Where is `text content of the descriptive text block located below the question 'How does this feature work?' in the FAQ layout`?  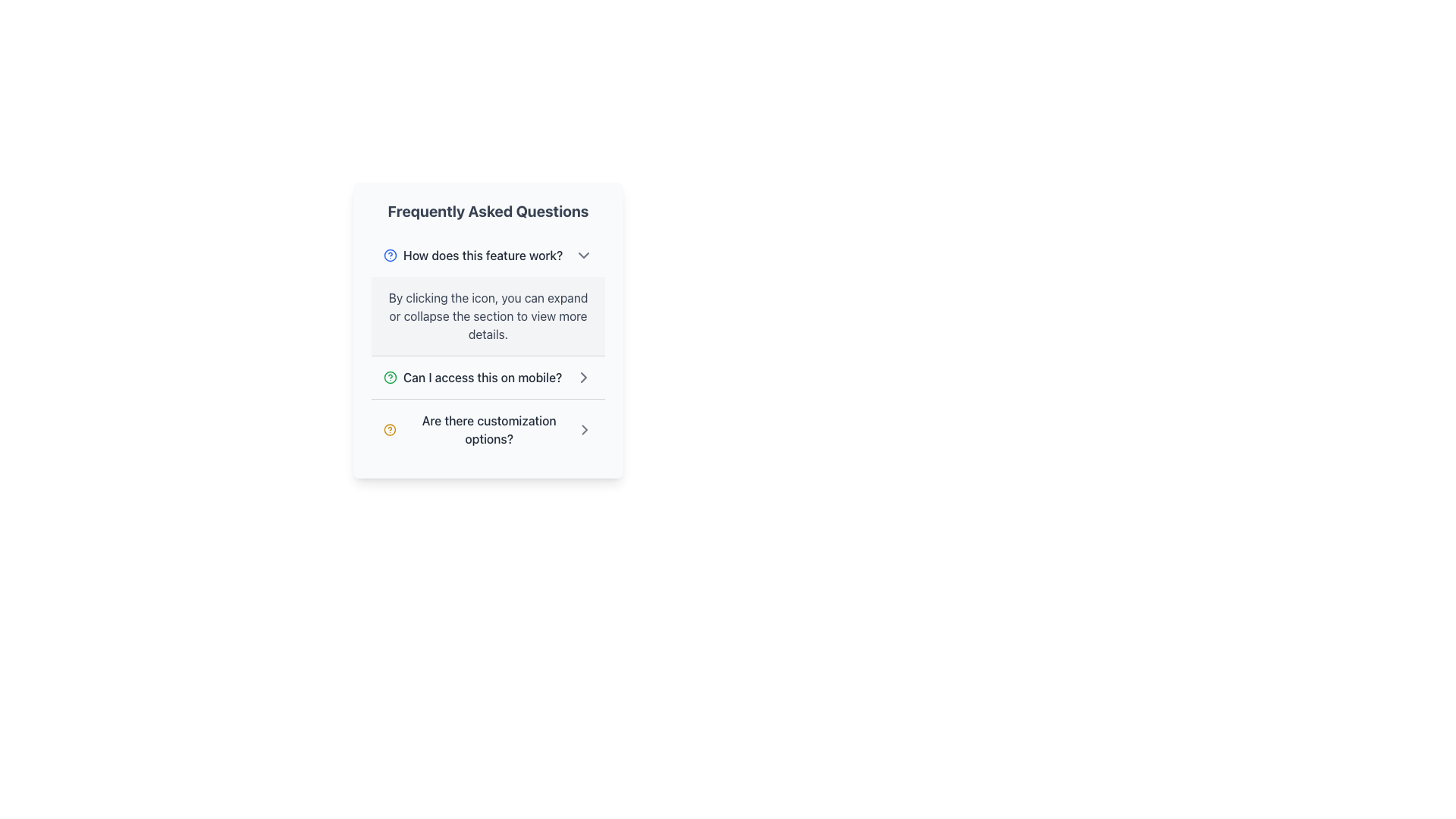 text content of the descriptive text block located below the question 'How does this feature work?' in the FAQ layout is located at coordinates (488, 315).